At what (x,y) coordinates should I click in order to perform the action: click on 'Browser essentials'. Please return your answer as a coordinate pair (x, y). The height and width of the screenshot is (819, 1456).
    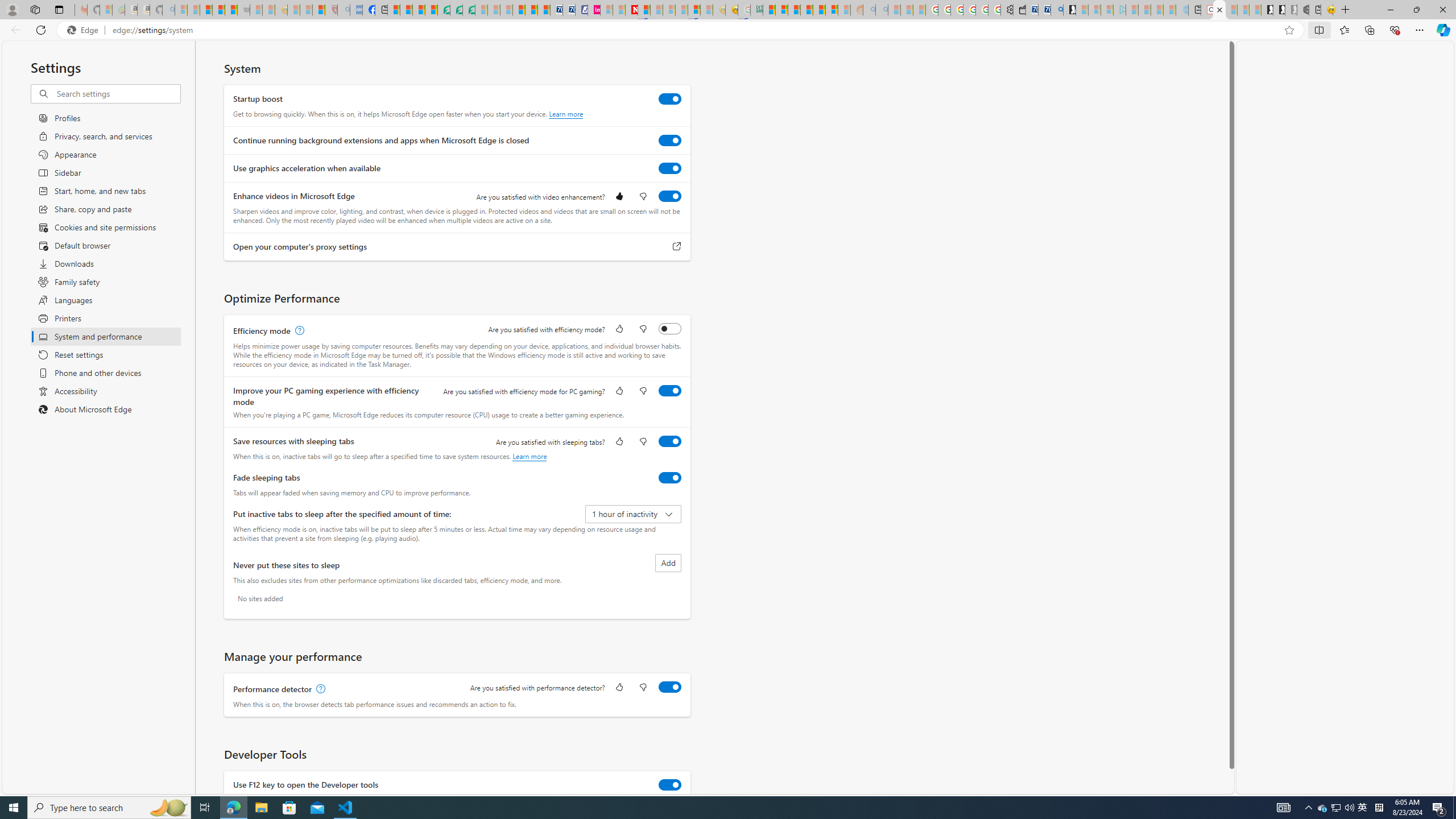
    Looking at the image, I should click on (1394, 29).